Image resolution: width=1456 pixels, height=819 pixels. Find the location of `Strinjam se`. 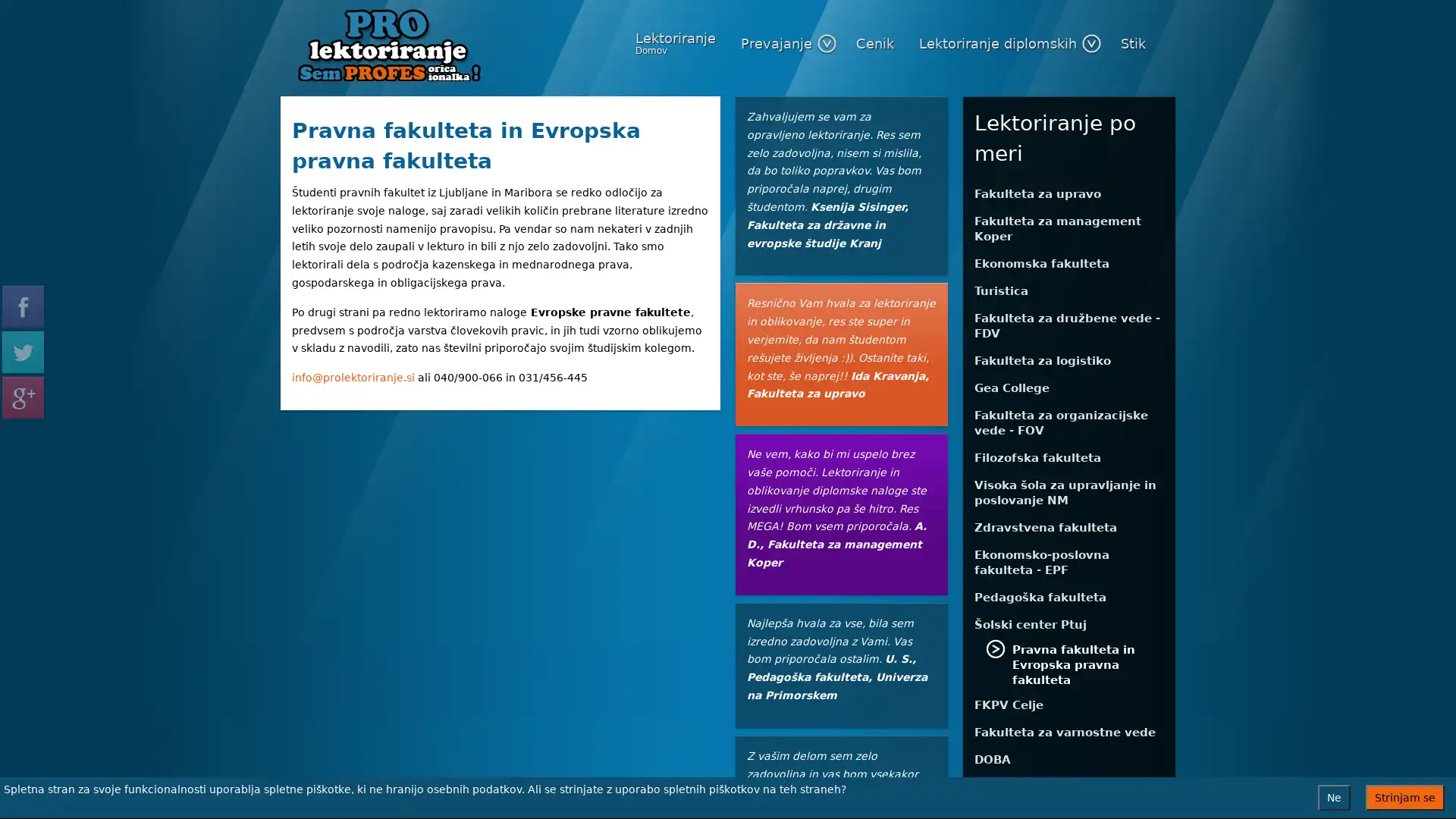

Strinjam se is located at coordinates (1404, 797).